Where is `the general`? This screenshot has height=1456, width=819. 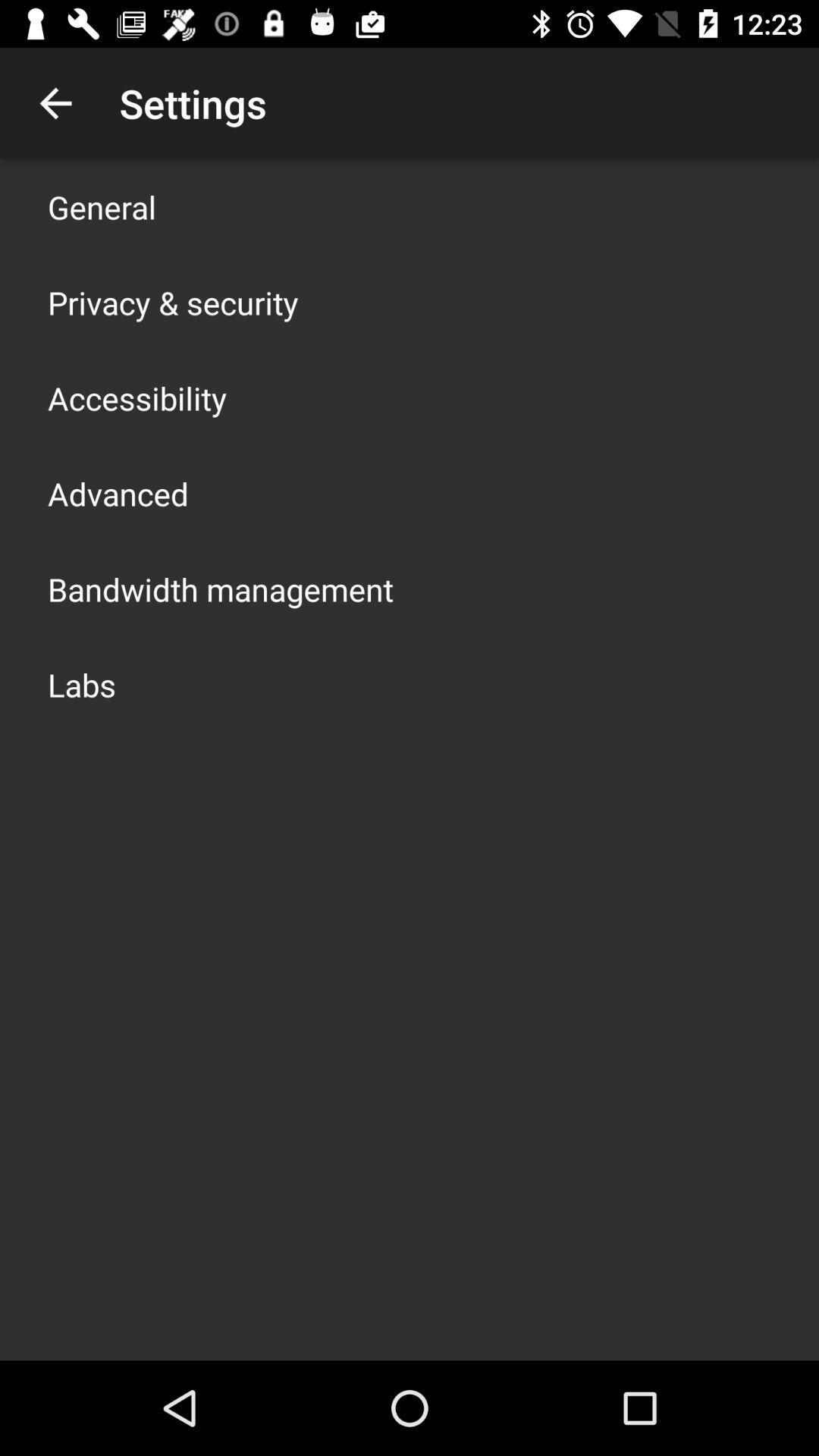
the general is located at coordinates (102, 206).